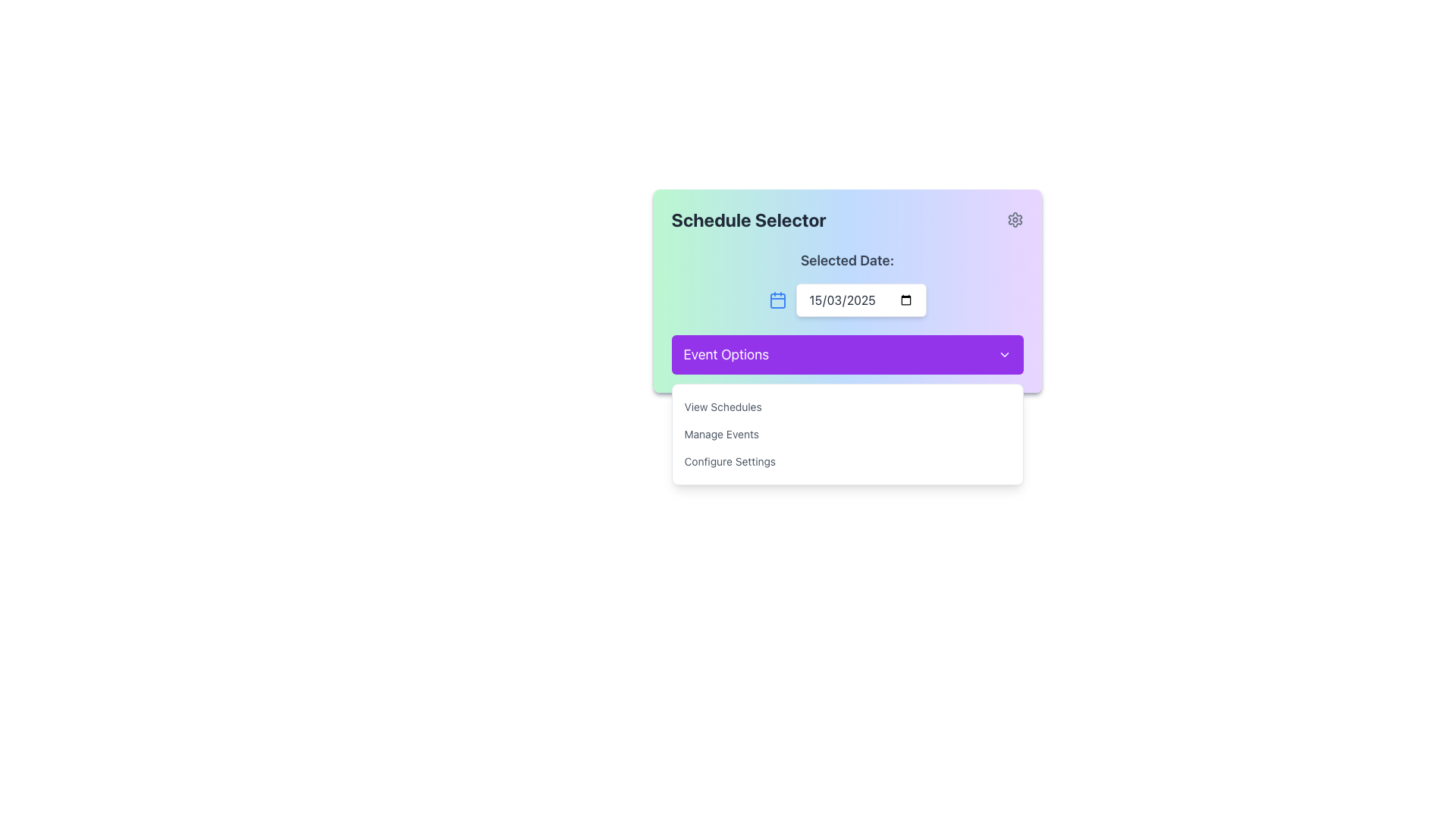 The height and width of the screenshot is (819, 1456). What do you see at coordinates (846, 435) in the screenshot?
I see `the second button in the dropdown menu below the 'Event Options' button` at bounding box center [846, 435].